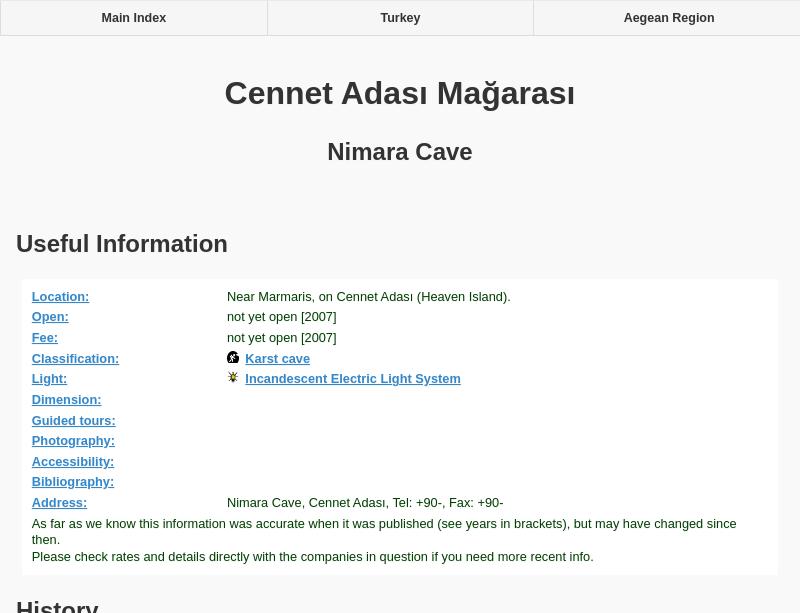 This screenshot has height=613, width=800. Describe the element at coordinates (668, 16) in the screenshot. I see `'Aegean Region'` at that location.